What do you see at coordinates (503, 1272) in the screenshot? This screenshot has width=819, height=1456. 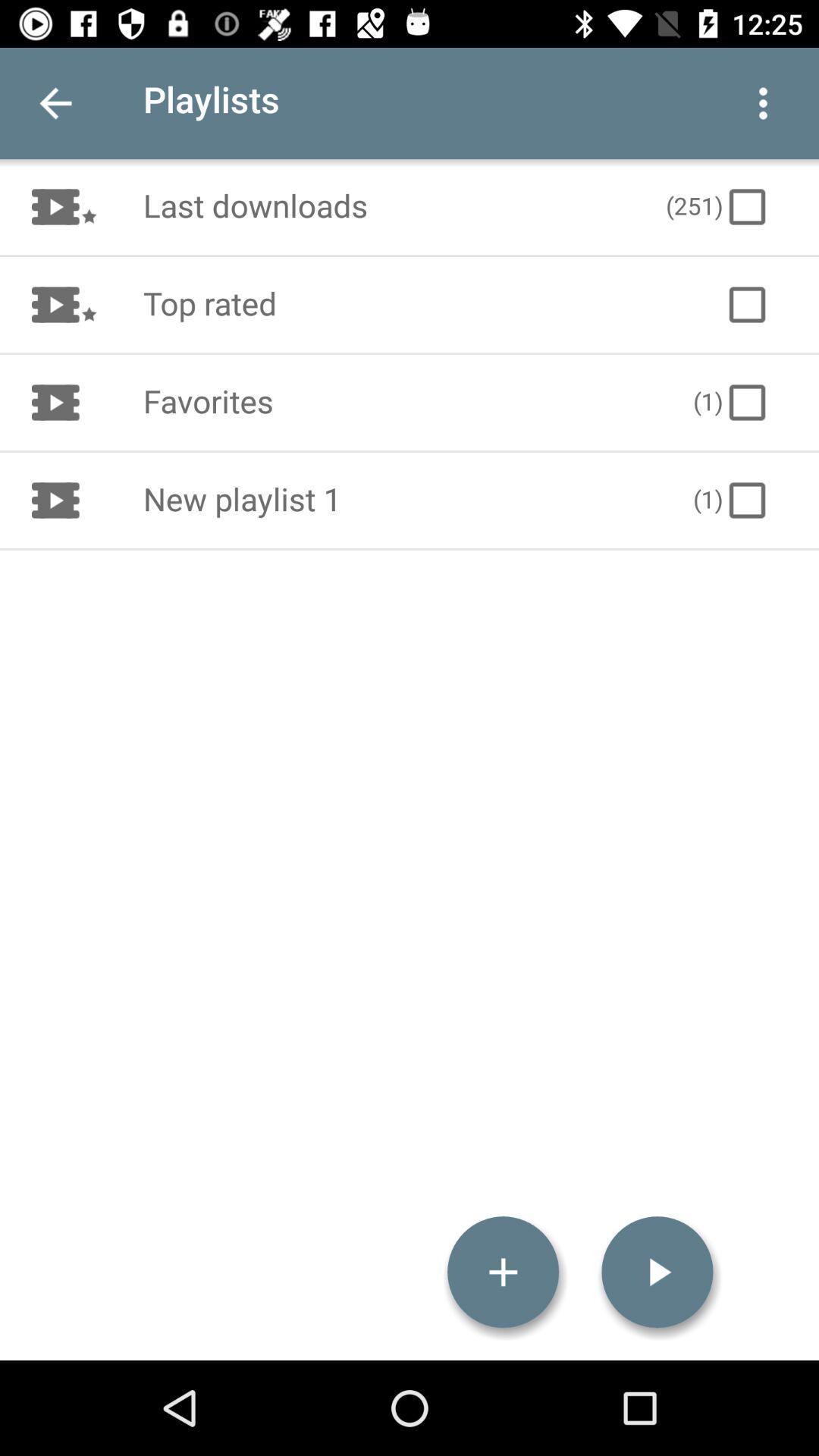 I see `the add icon` at bounding box center [503, 1272].